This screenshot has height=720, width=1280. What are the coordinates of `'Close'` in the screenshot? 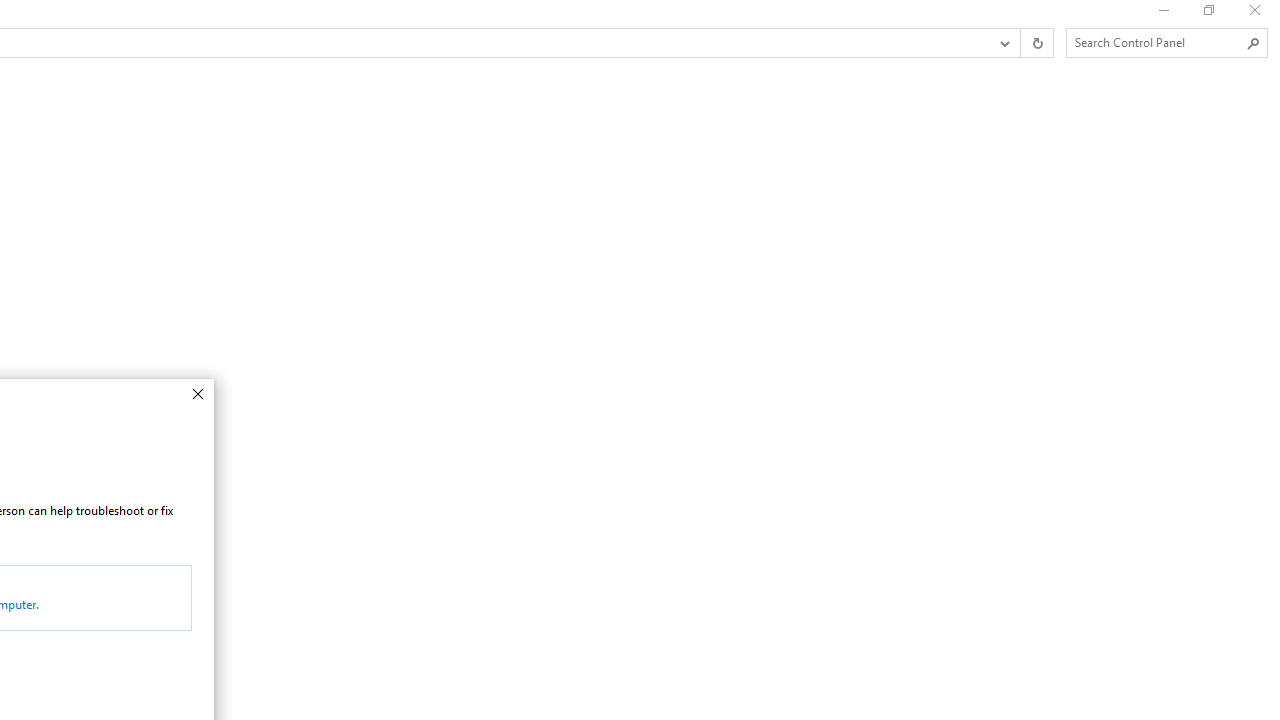 It's located at (197, 394).